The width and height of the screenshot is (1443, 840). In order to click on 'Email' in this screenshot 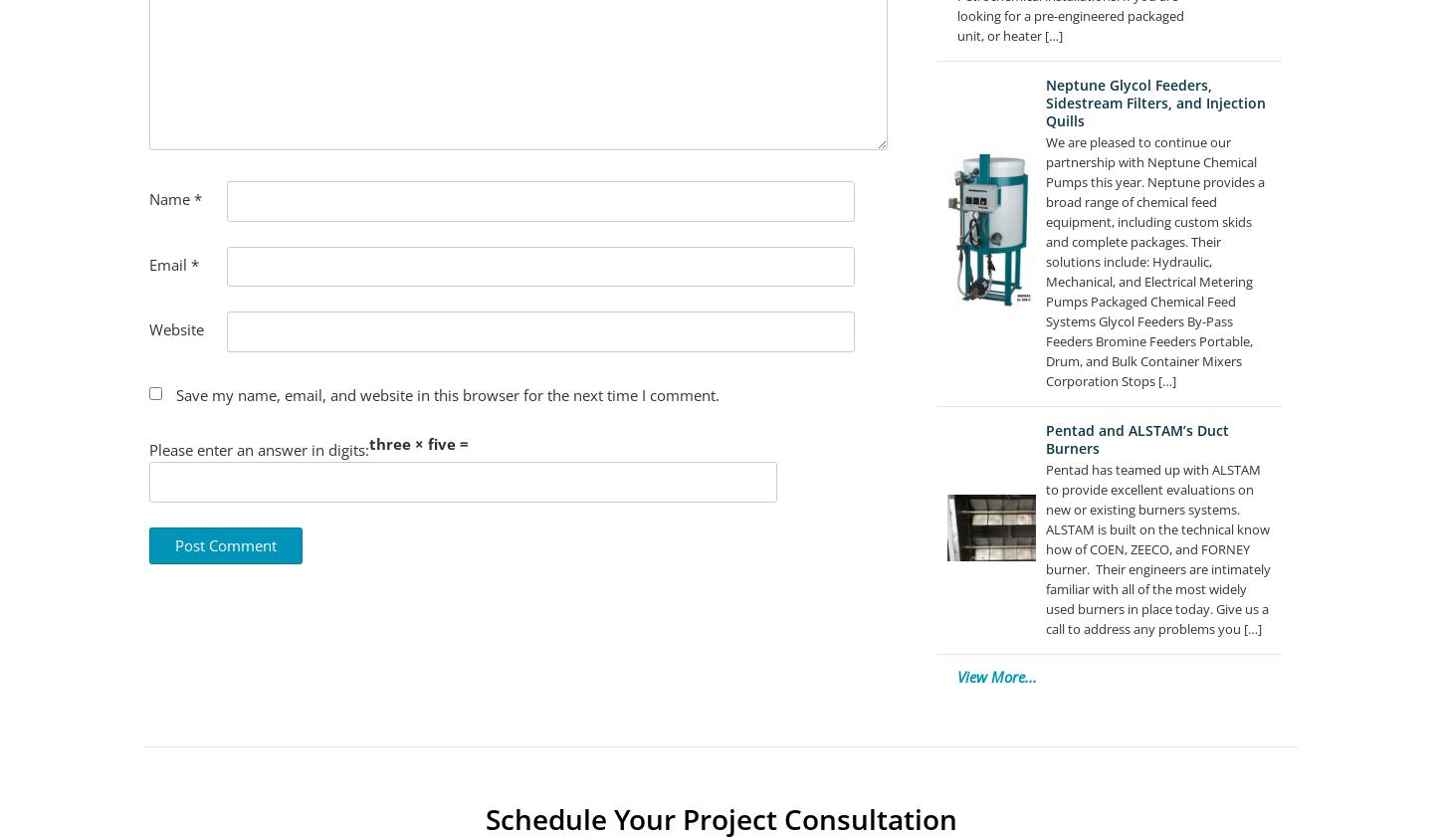, I will do `click(147, 263)`.